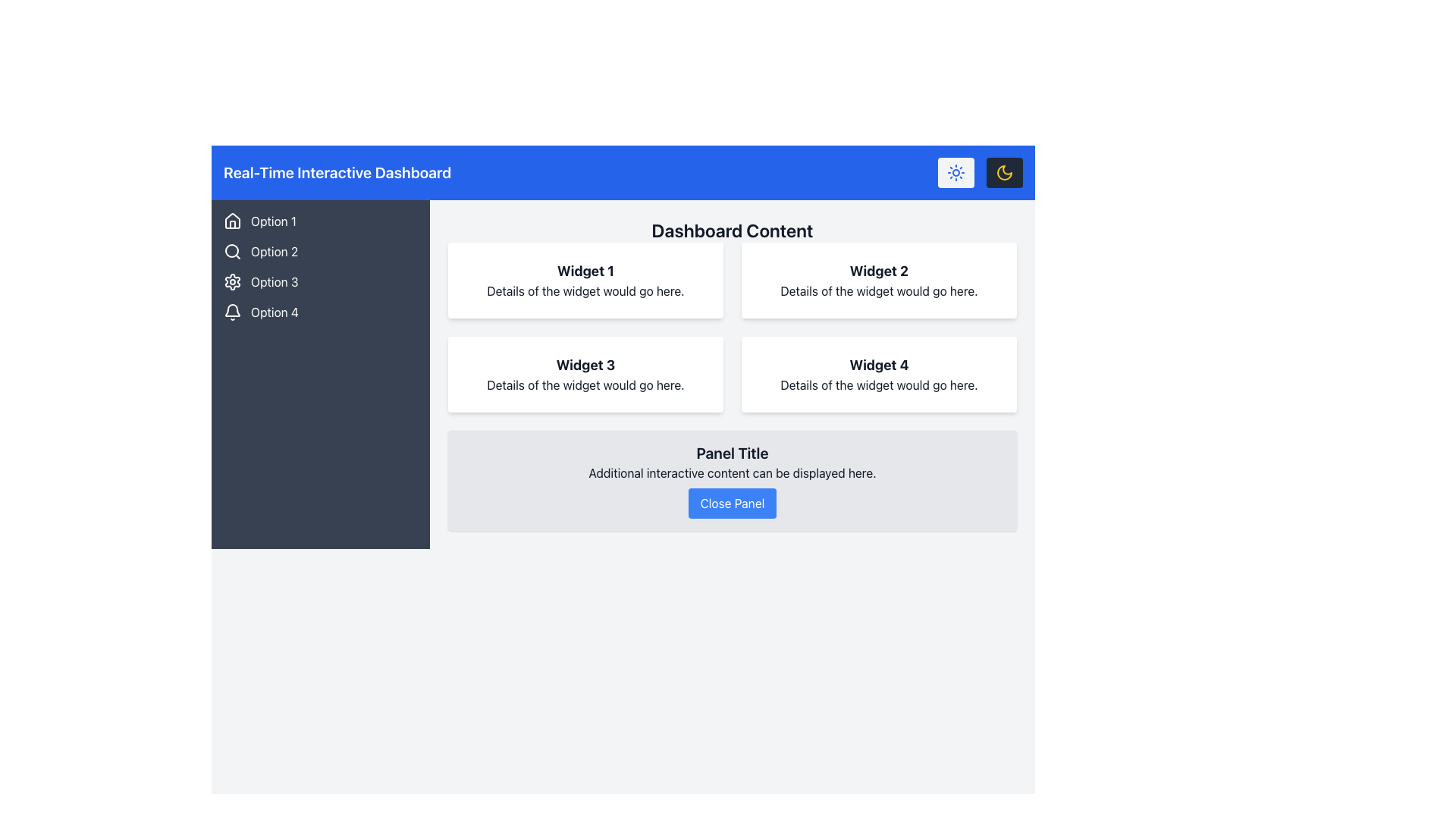  I want to click on the 'Option 4' text label in the vertical menu, so click(275, 312).